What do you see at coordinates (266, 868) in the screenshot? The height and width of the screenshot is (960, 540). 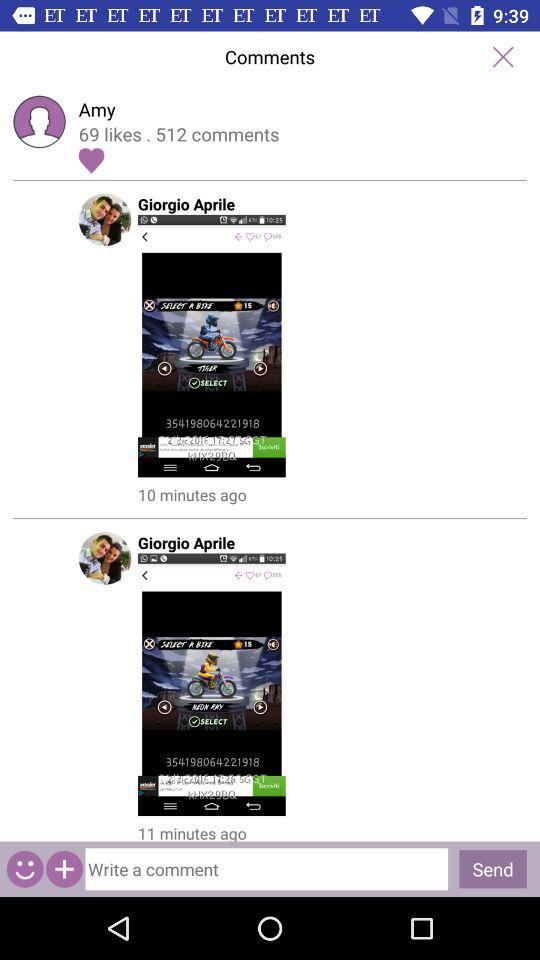 I see `write a comment` at bounding box center [266, 868].